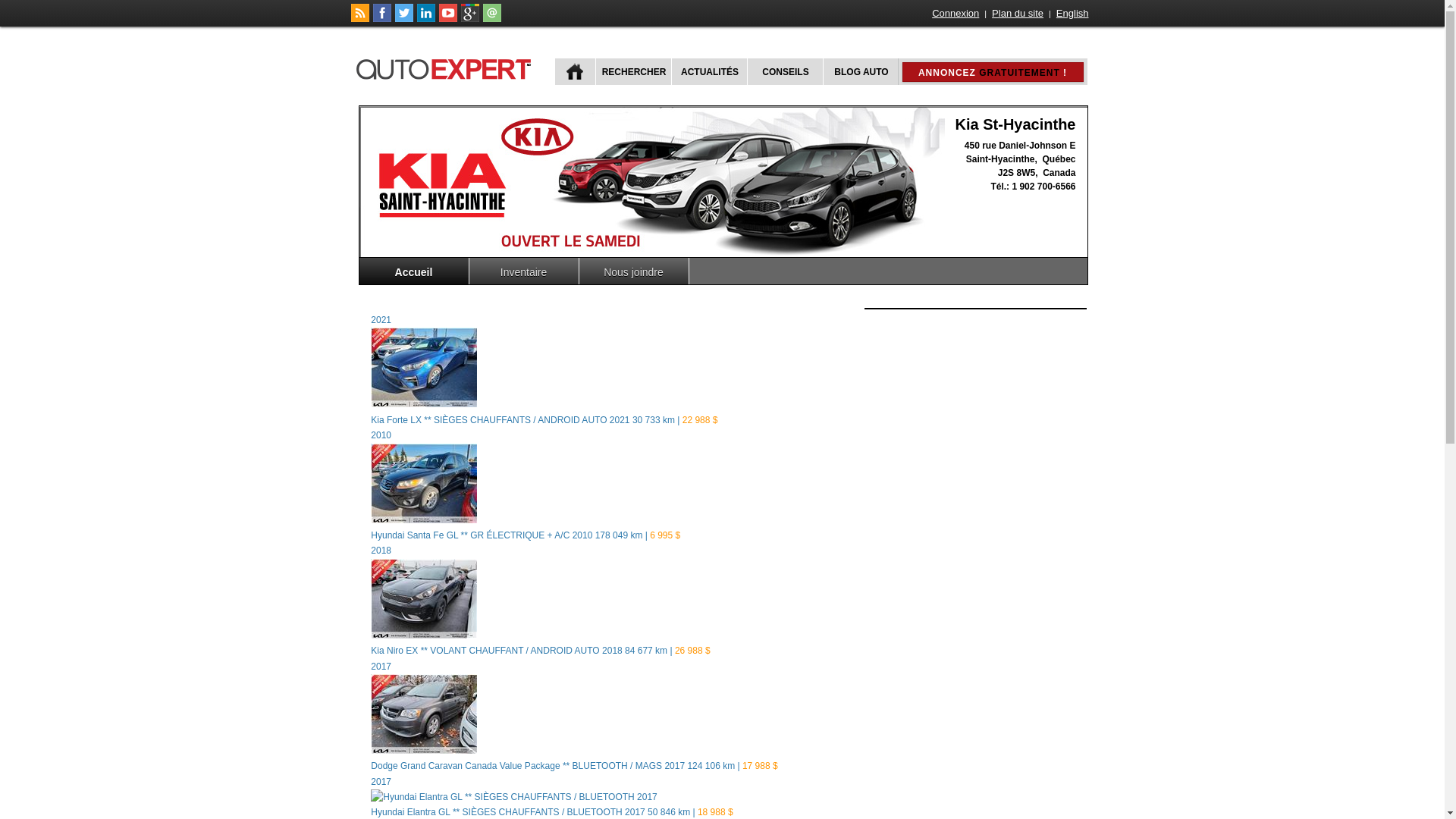 The width and height of the screenshot is (1456, 819). What do you see at coordinates (523, 270) in the screenshot?
I see `'Inventaire'` at bounding box center [523, 270].